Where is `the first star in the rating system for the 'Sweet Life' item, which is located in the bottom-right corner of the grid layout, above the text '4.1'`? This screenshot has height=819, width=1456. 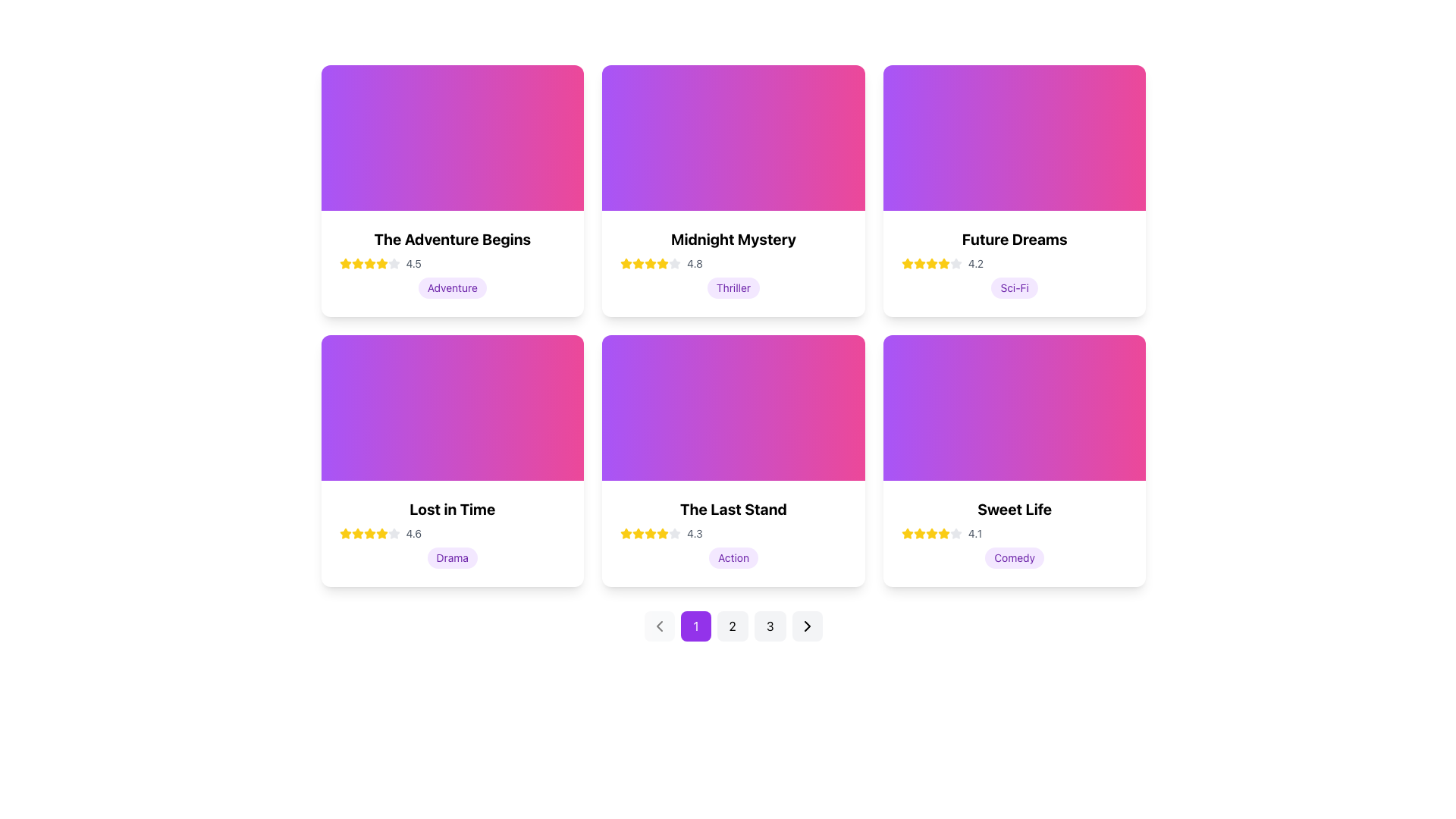 the first star in the rating system for the 'Sweet Life' item, which is located in the bottom-right corner of the grid layout, above the text '4.1' is located at coordinates (907, 532).